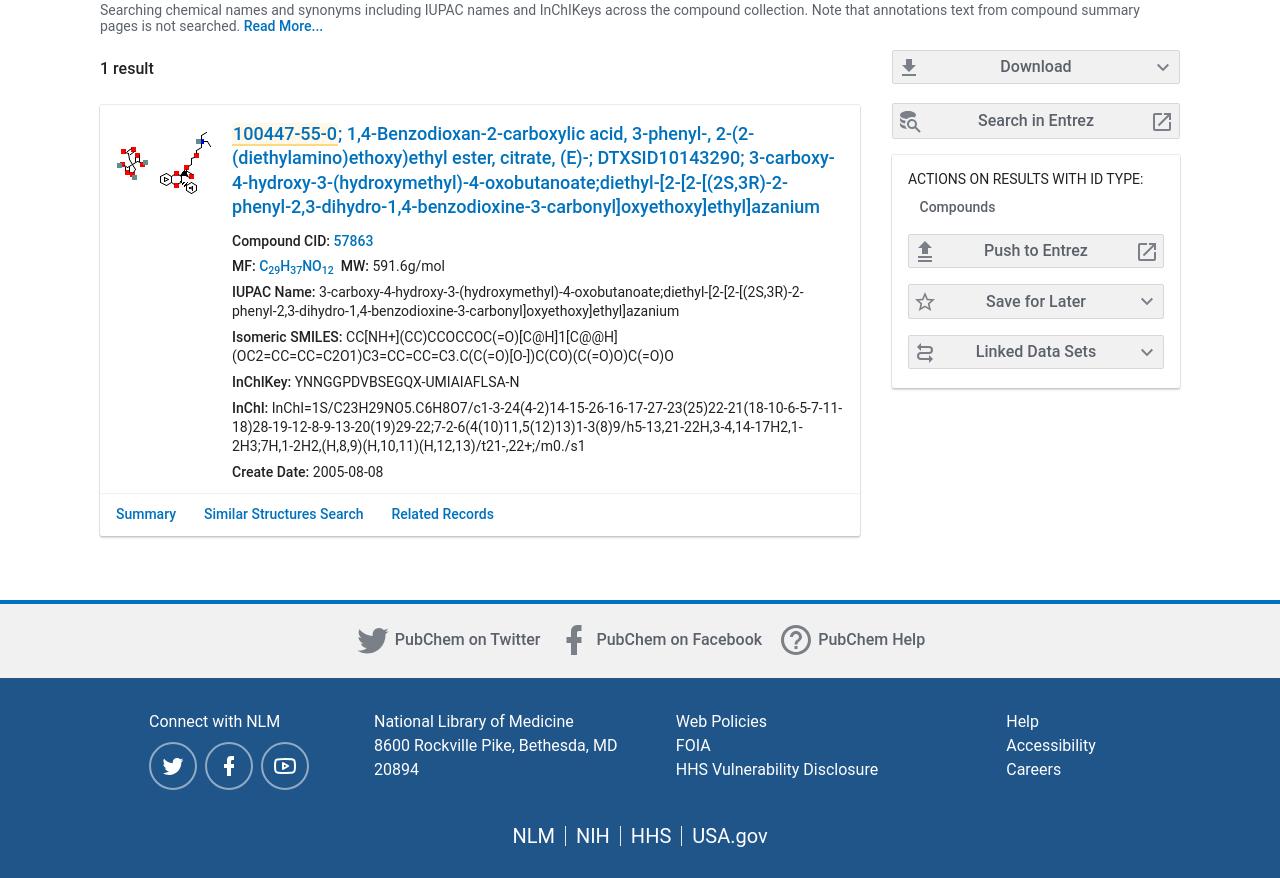  What do you see at coordinates (692, 744) in the screenshot?
I see `'FOIA'` at bounding box center [692, 744].